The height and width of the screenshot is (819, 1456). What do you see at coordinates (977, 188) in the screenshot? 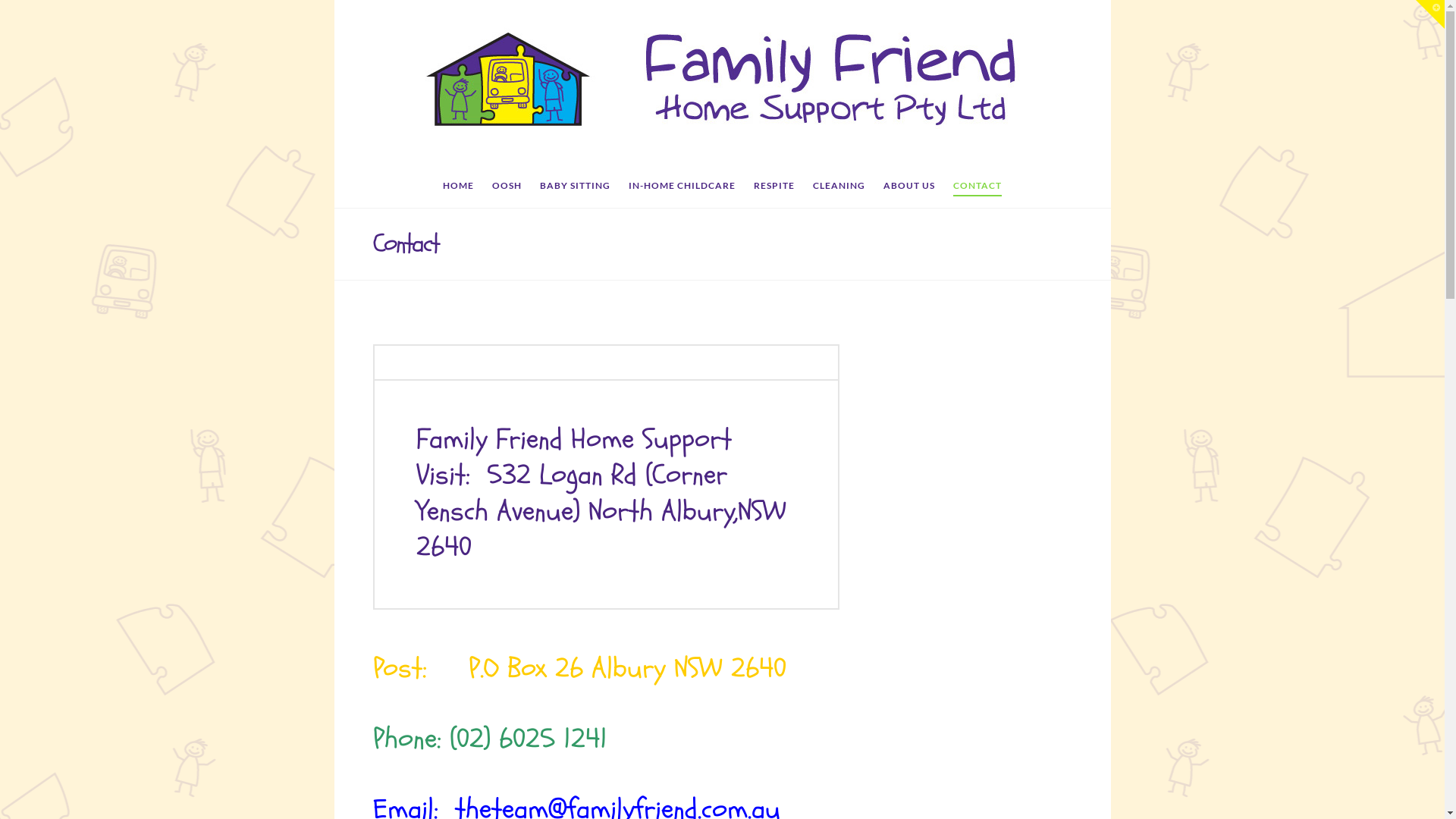
I see `'CONTACT'` at bounding box center [977, 188].